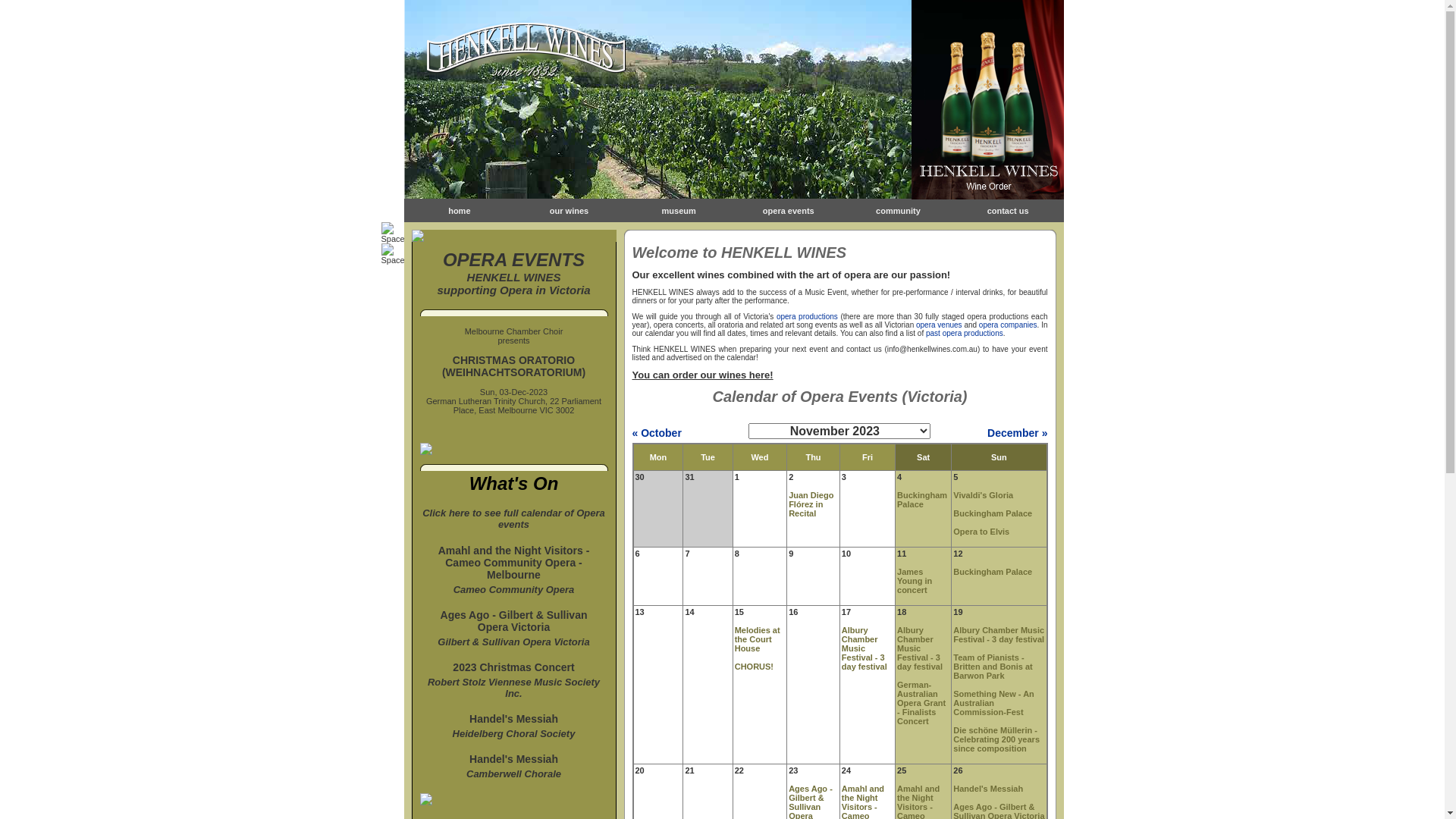 The height and width of the screenshot is (819, 1456). What do you see at coordinates (1008, 210) in the screenshot?
I see `'contact us'` at bounding box center [1008, 210].